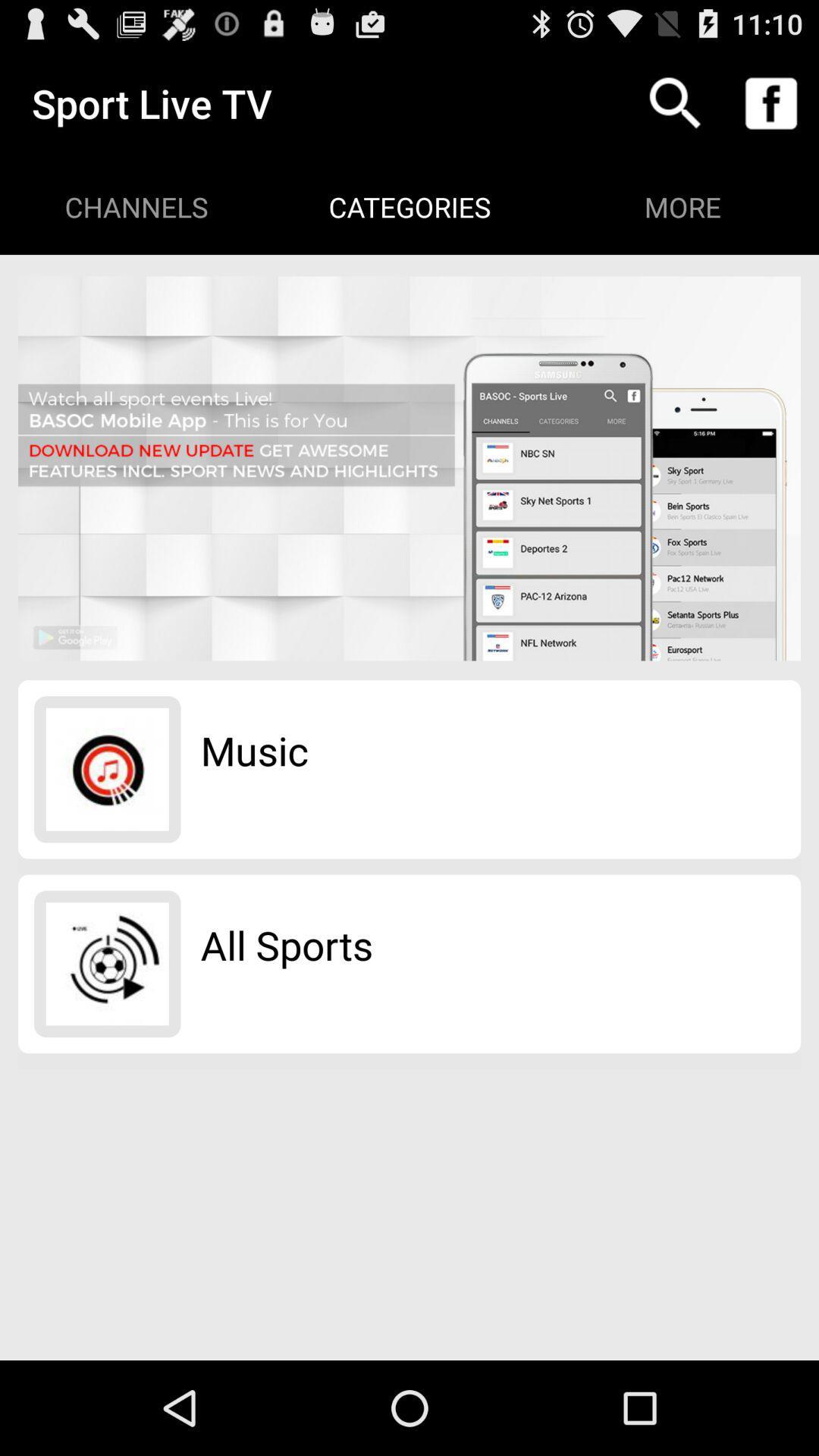  What do you see at coordinates (771, 102) in the screenshot?
I see `the icon above the more item` at bounding box center [771, 102].